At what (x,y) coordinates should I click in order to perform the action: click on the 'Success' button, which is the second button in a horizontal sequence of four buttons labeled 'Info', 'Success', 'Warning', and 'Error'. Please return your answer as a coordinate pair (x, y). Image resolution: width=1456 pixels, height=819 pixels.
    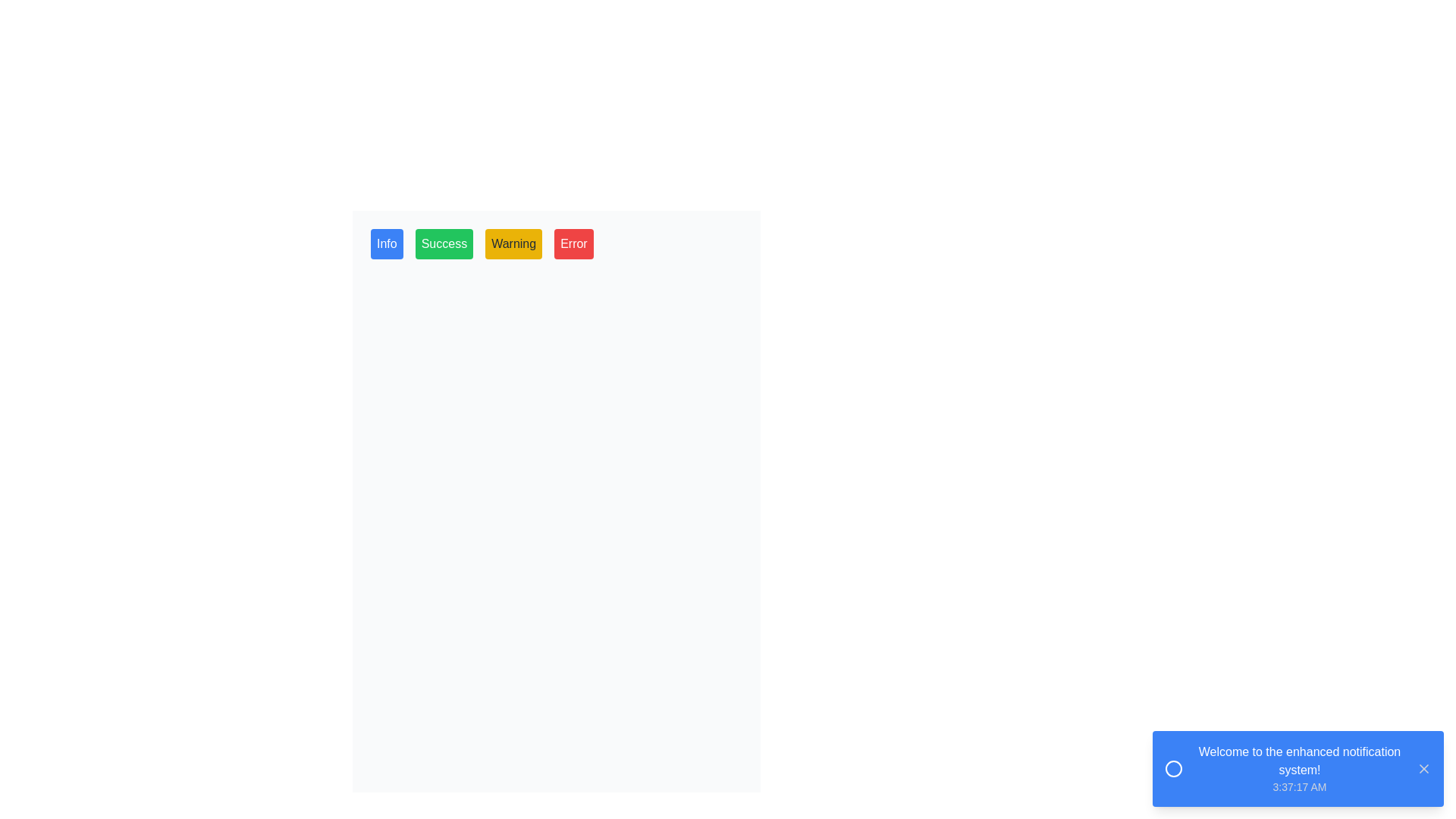
    Looking at the image, I should click on (443, 243).